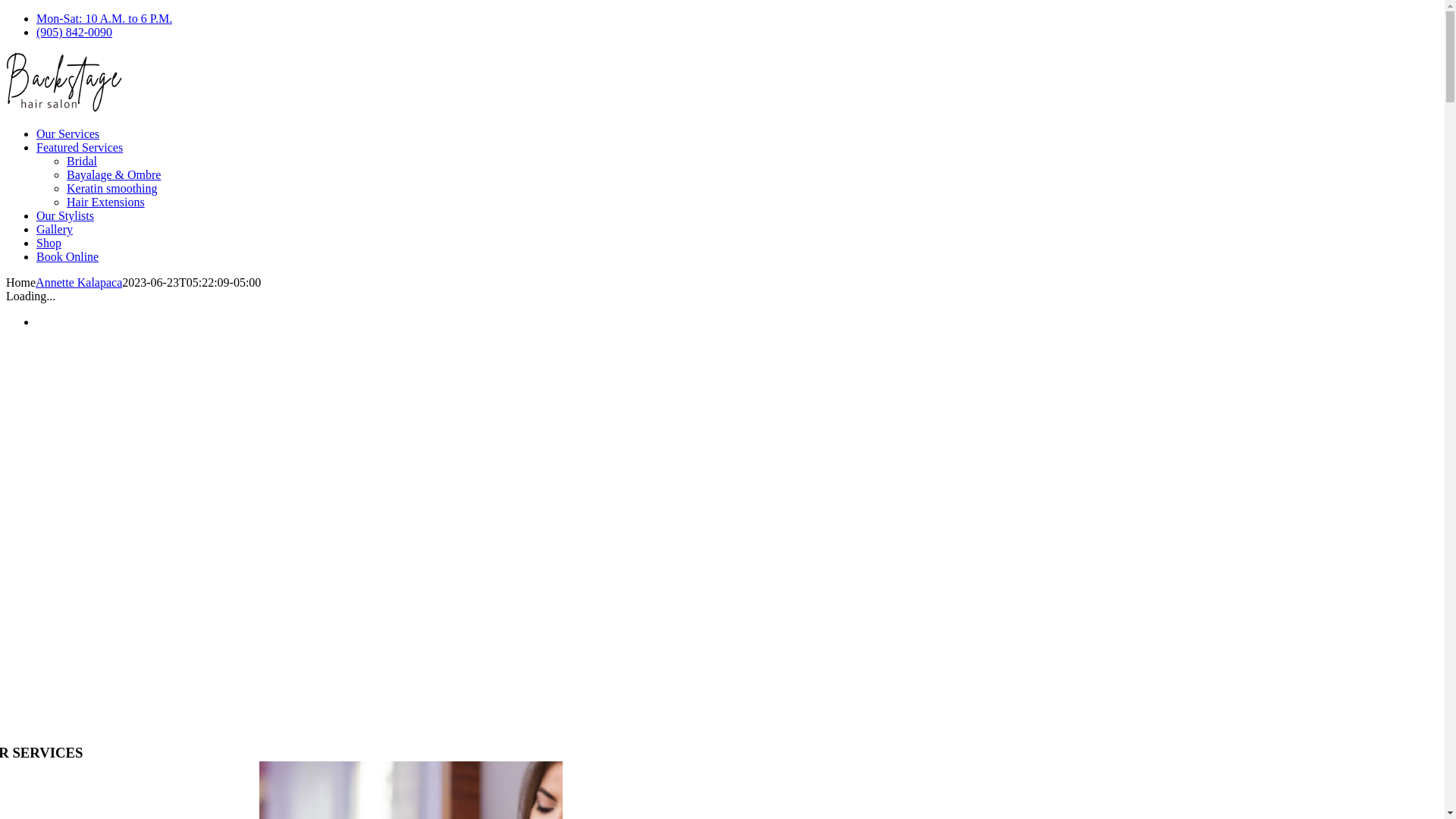 Image resolution: width=1456 pixels, height=819 pixels. I want to click on 'Gallery', so click(55, 229).